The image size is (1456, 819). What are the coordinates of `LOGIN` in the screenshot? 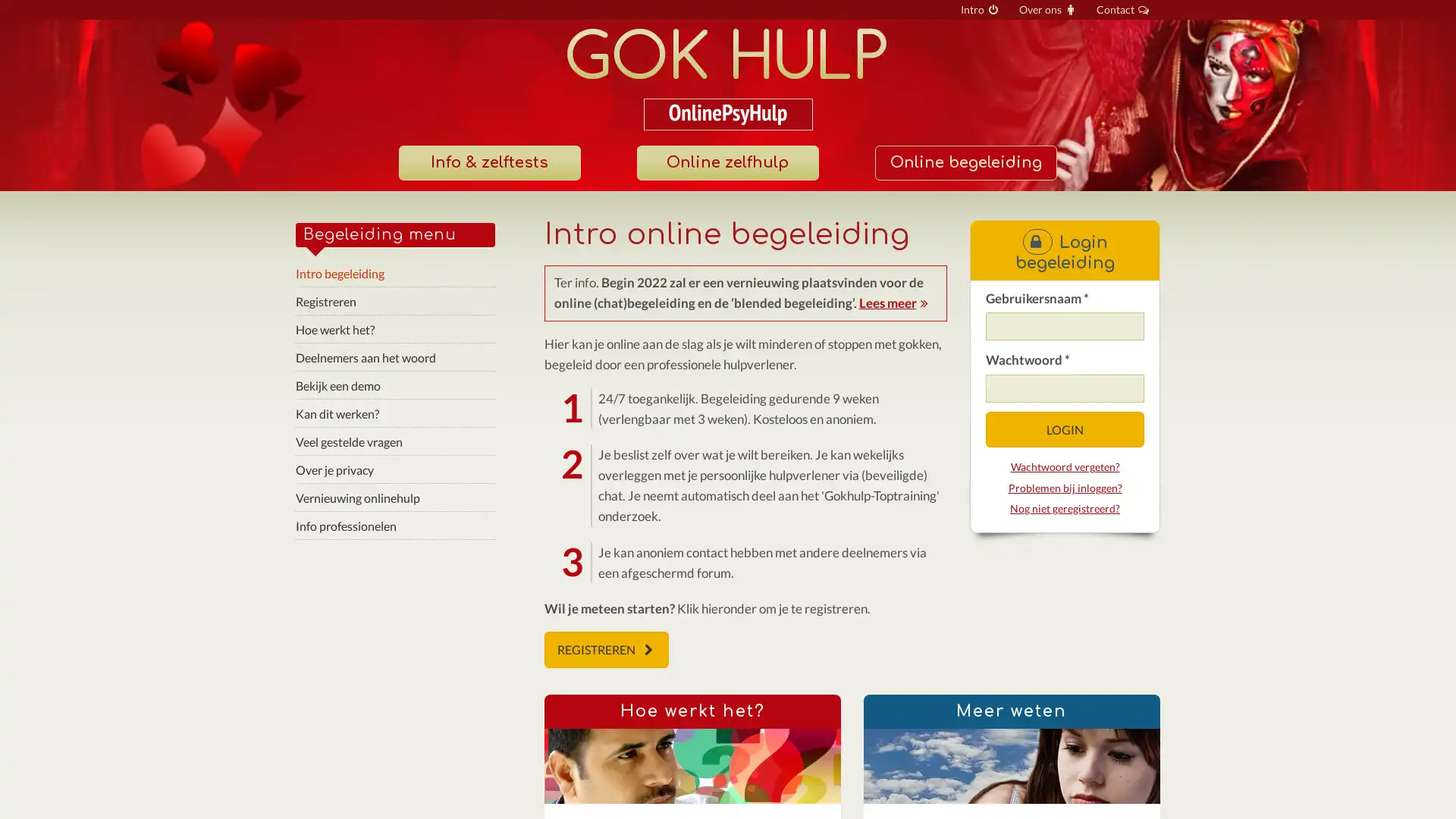 It's located at (1063, 429).